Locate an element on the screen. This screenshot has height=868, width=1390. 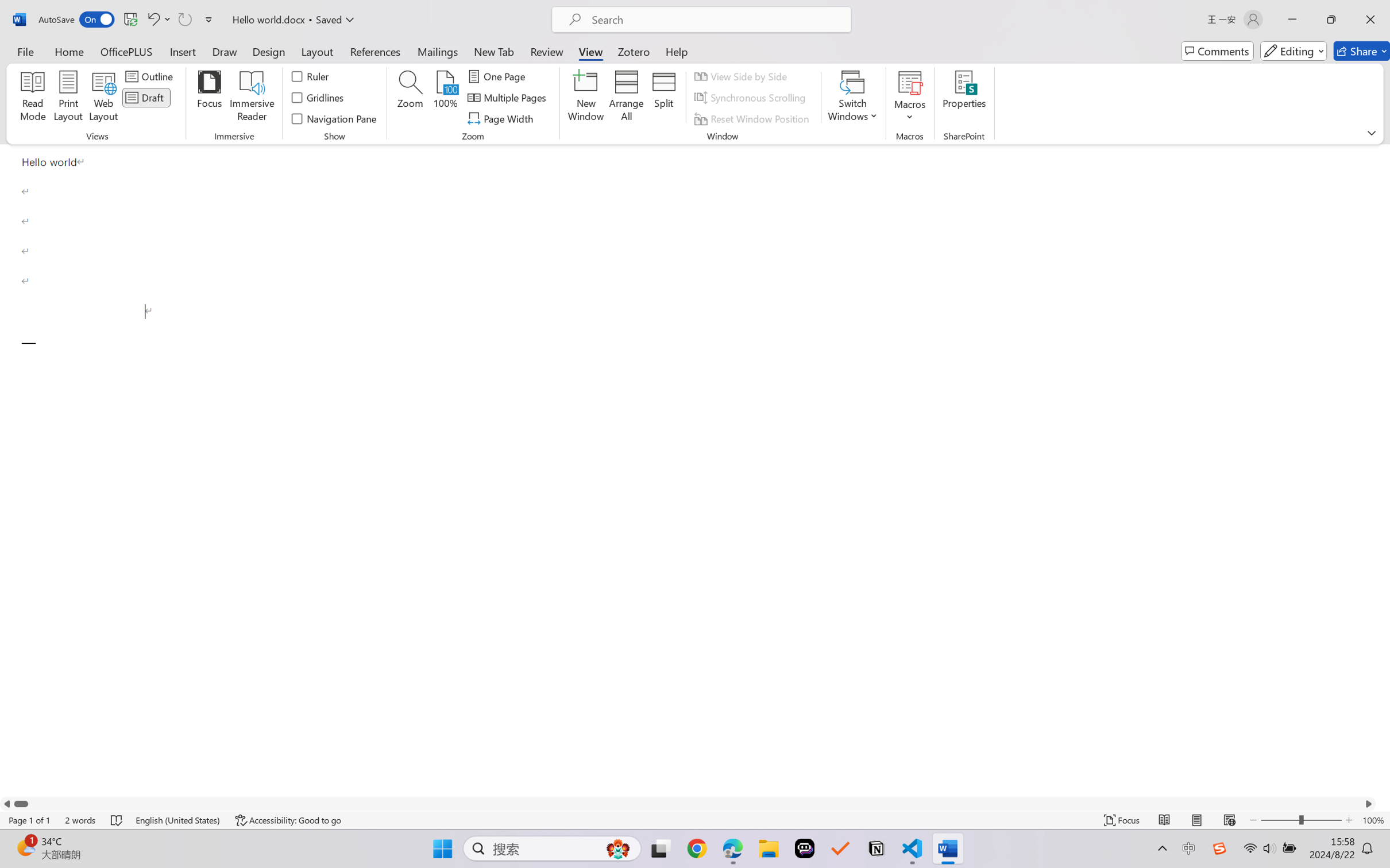
'Help' is located at coordinates (676, 51).